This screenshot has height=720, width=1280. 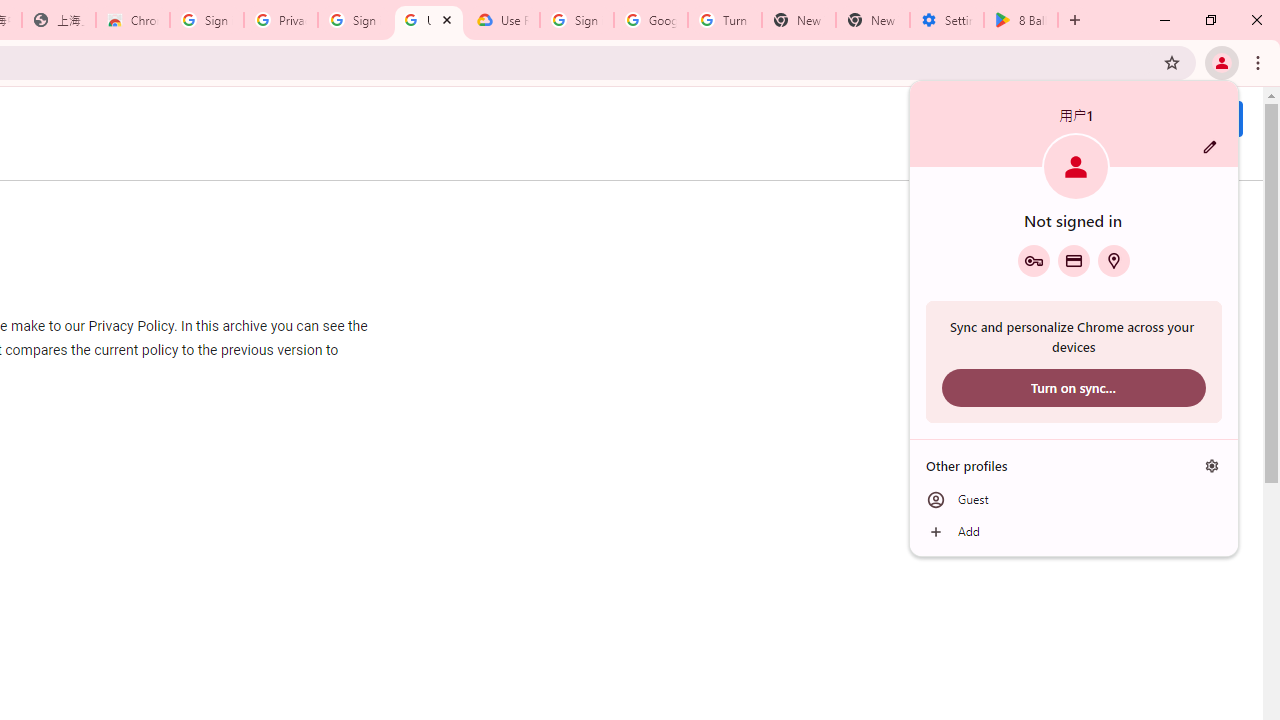 I want to click on 'Turn cookies on or off - Computer - Google Account Help', so click(x=723, y=20).